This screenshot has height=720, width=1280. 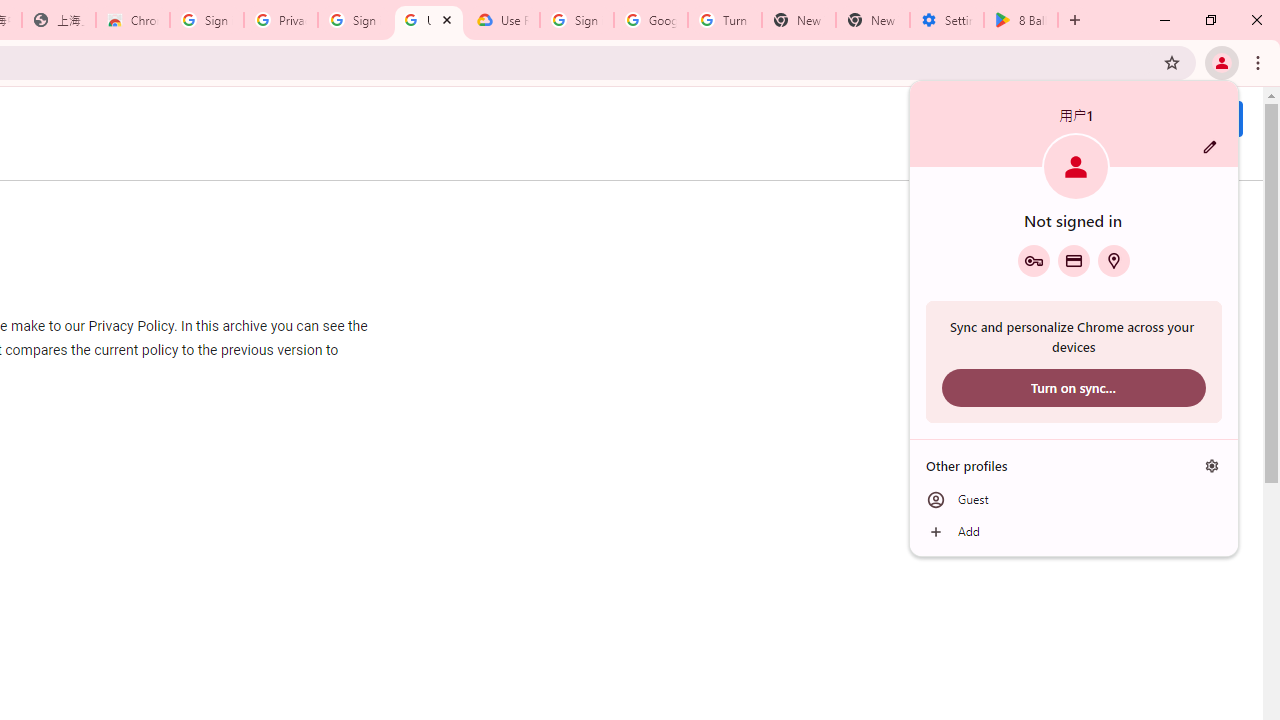 I want to click on 'Turn cookies on or off - Computer - Google Account Help', so click(x=723, y=20).